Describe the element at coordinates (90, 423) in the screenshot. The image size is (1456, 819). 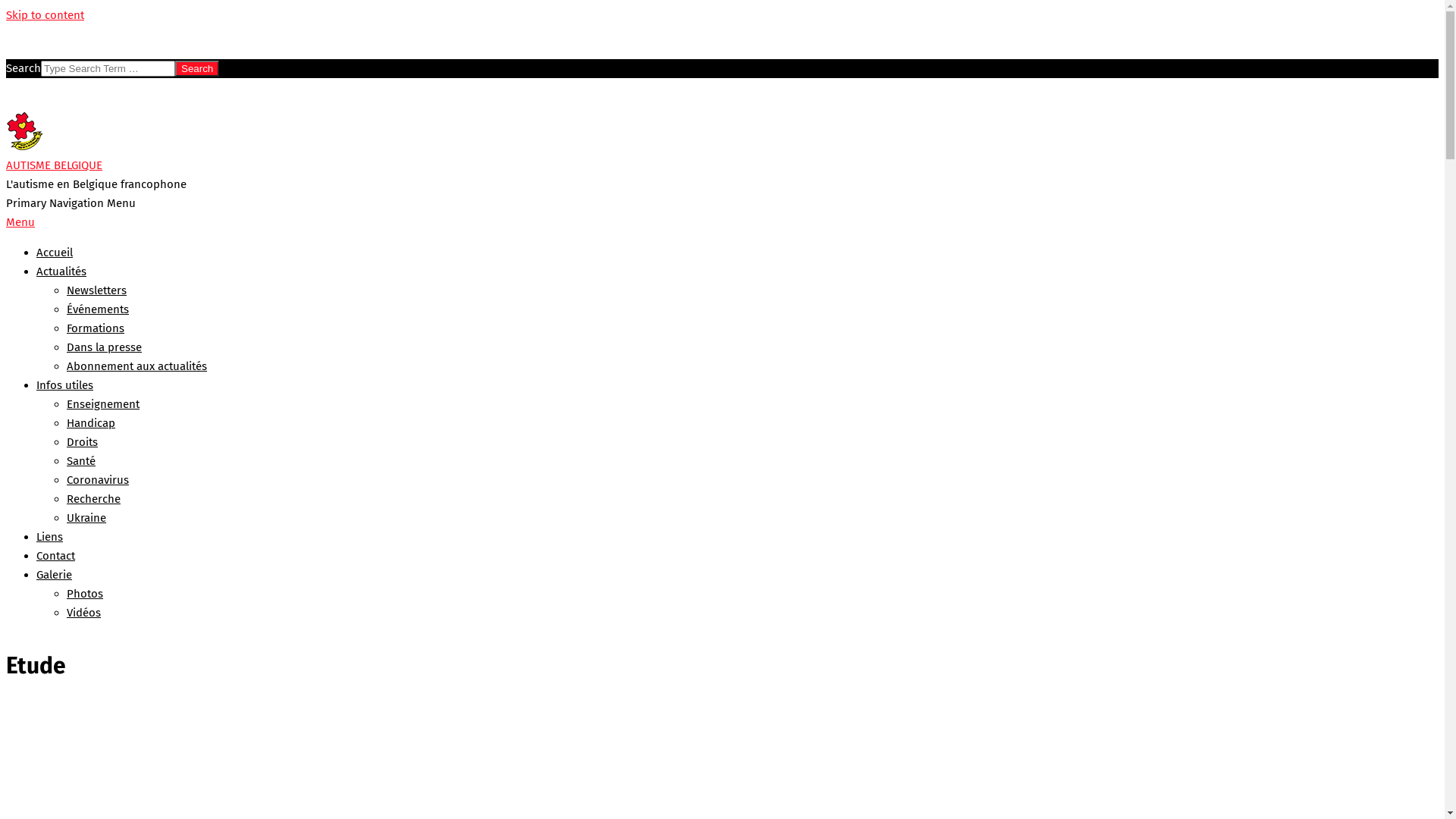
I see `'Handicap'` at that location.